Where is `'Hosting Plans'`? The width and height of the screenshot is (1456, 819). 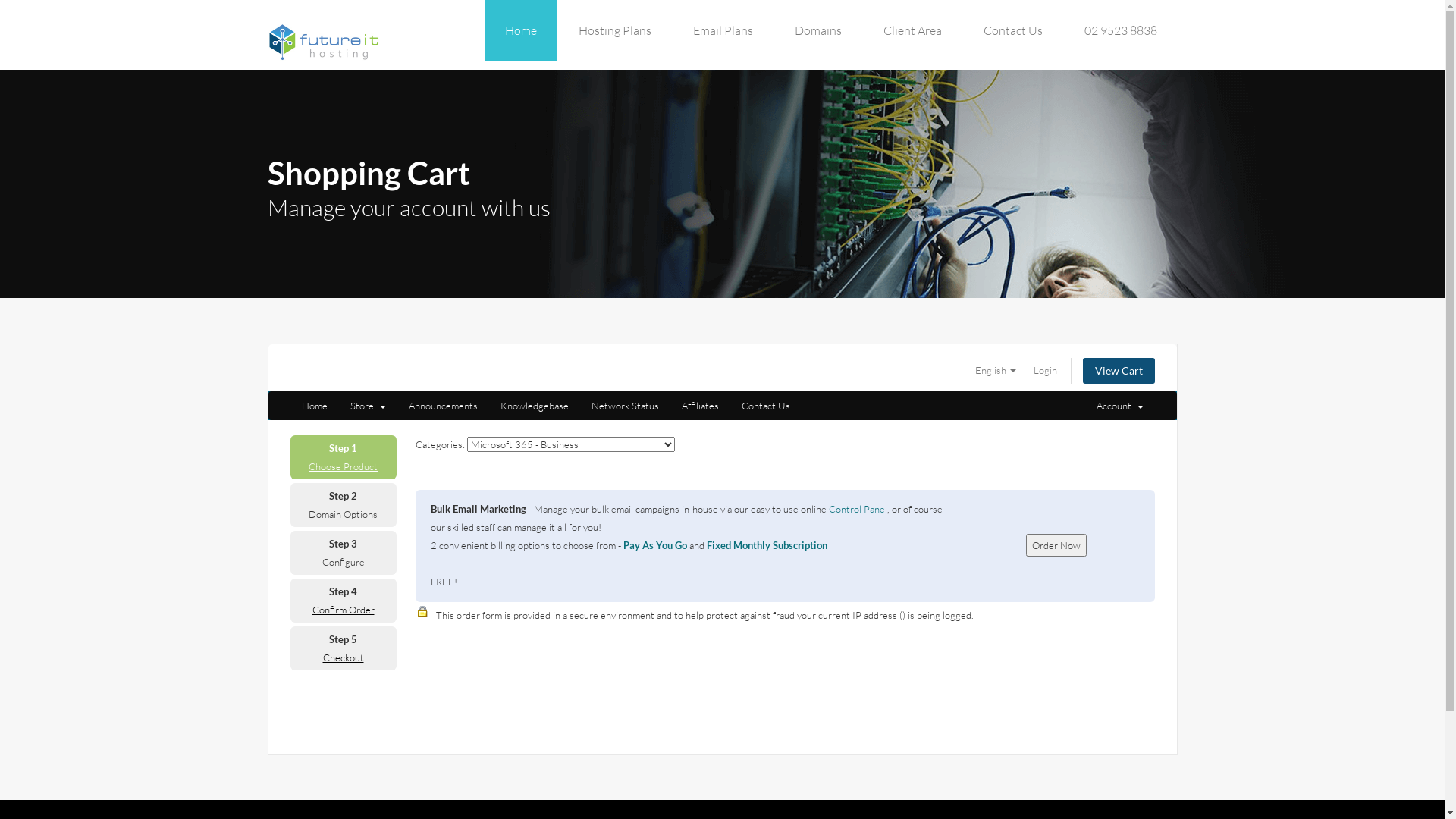 'Hosting Plans' is located at coordinates (615, 30).